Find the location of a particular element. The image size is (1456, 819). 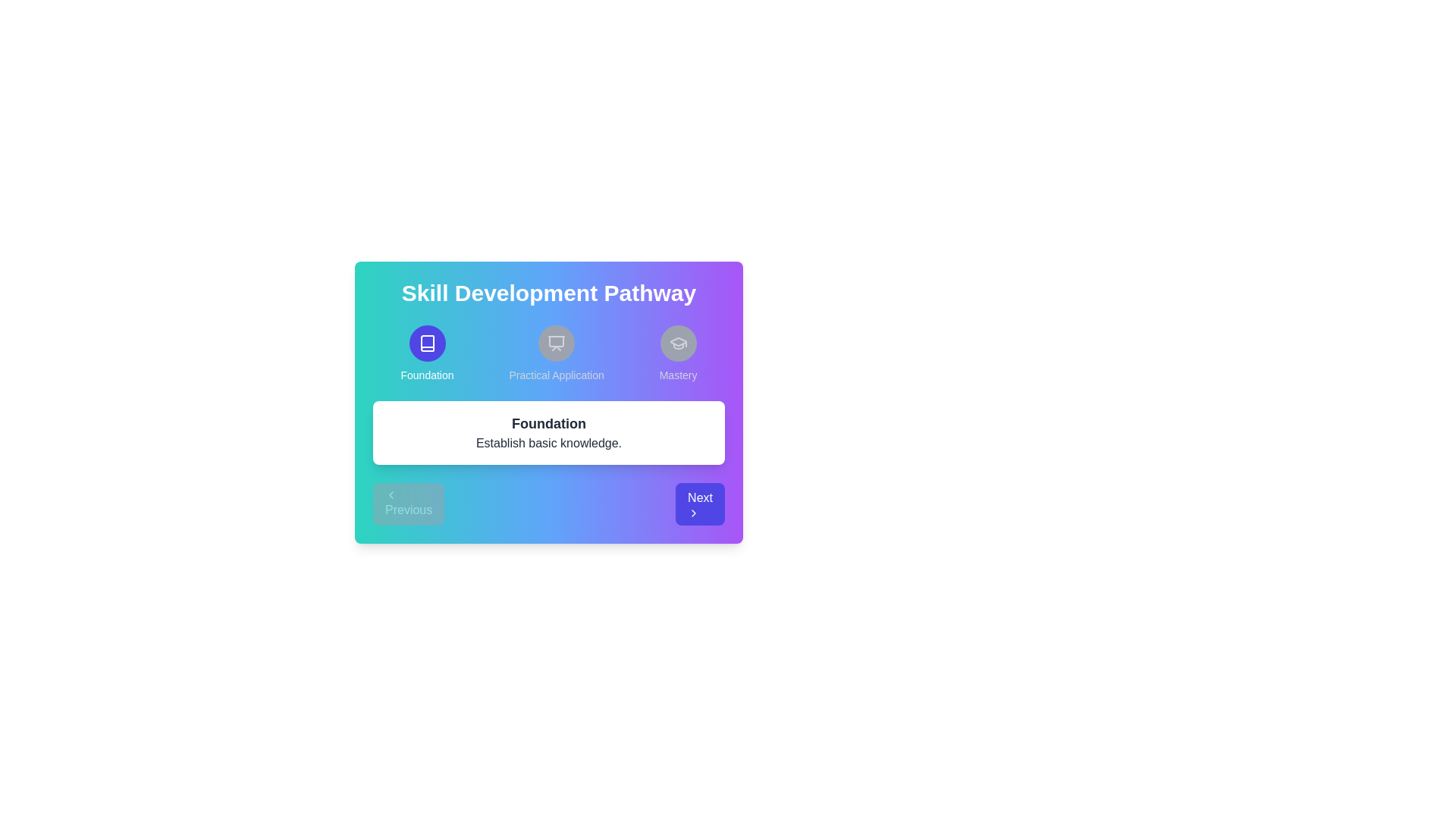

'Next' button to navigate to the next phase is located at coordinates (699, 504).